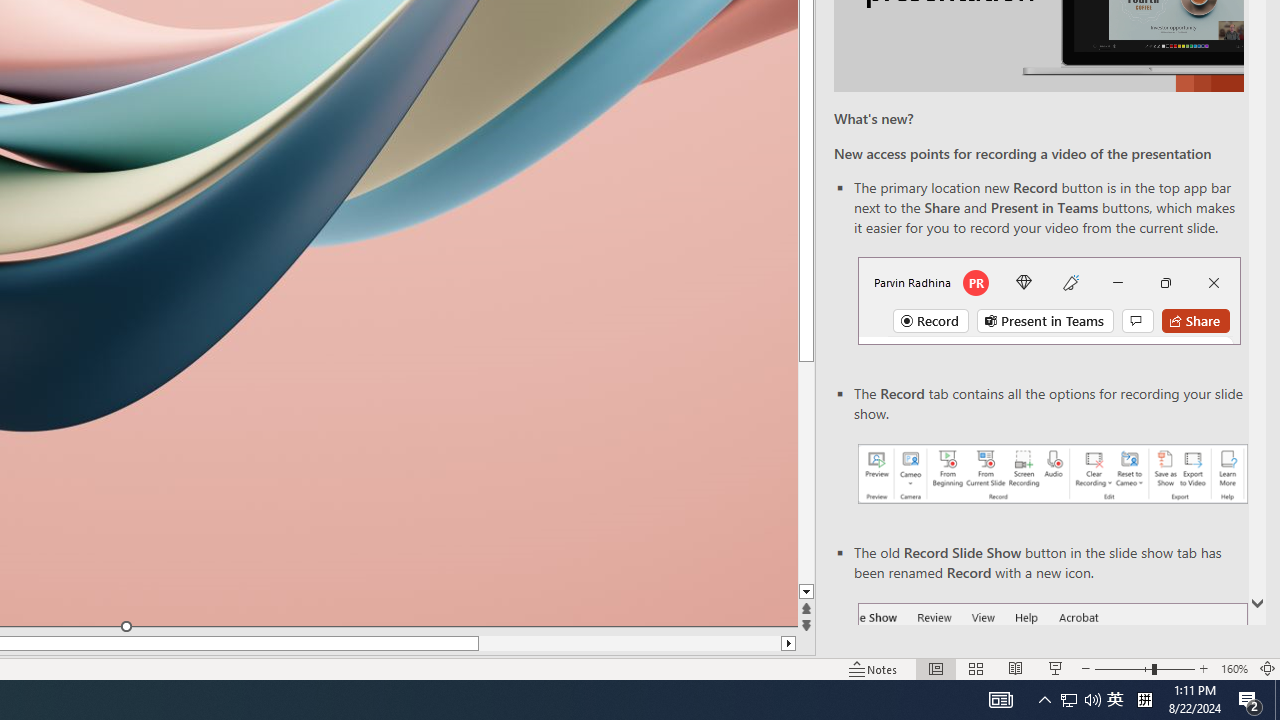 This screenshot has height=720, width=1280. Describe the element at coordinates (1144, 669) in the screenshot. I see `'Zoom'` at that location.